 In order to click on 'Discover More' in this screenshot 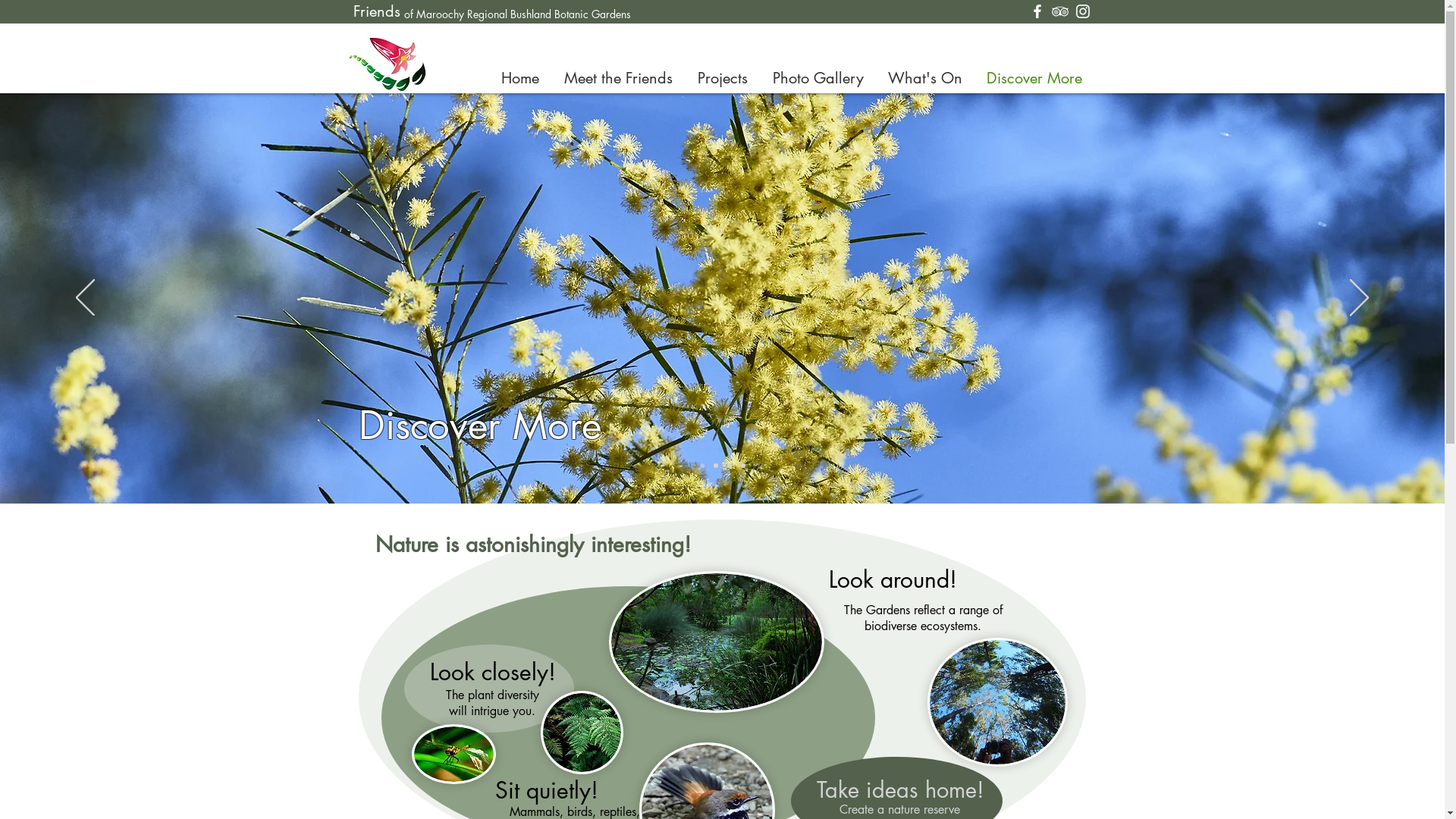, I will do `click(1033, 78)`.